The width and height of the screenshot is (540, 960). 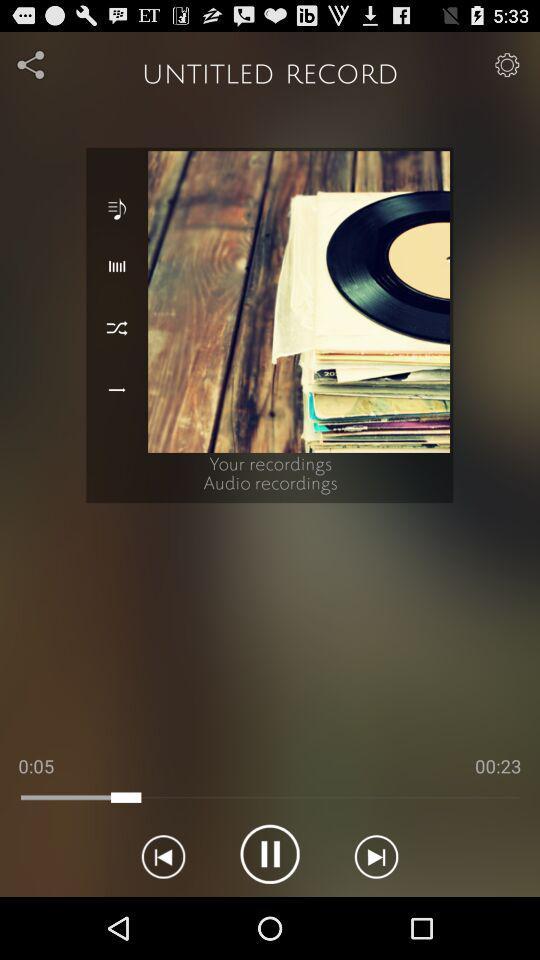 I want to click on the skip_previous icon, so click(x=162, y=914).